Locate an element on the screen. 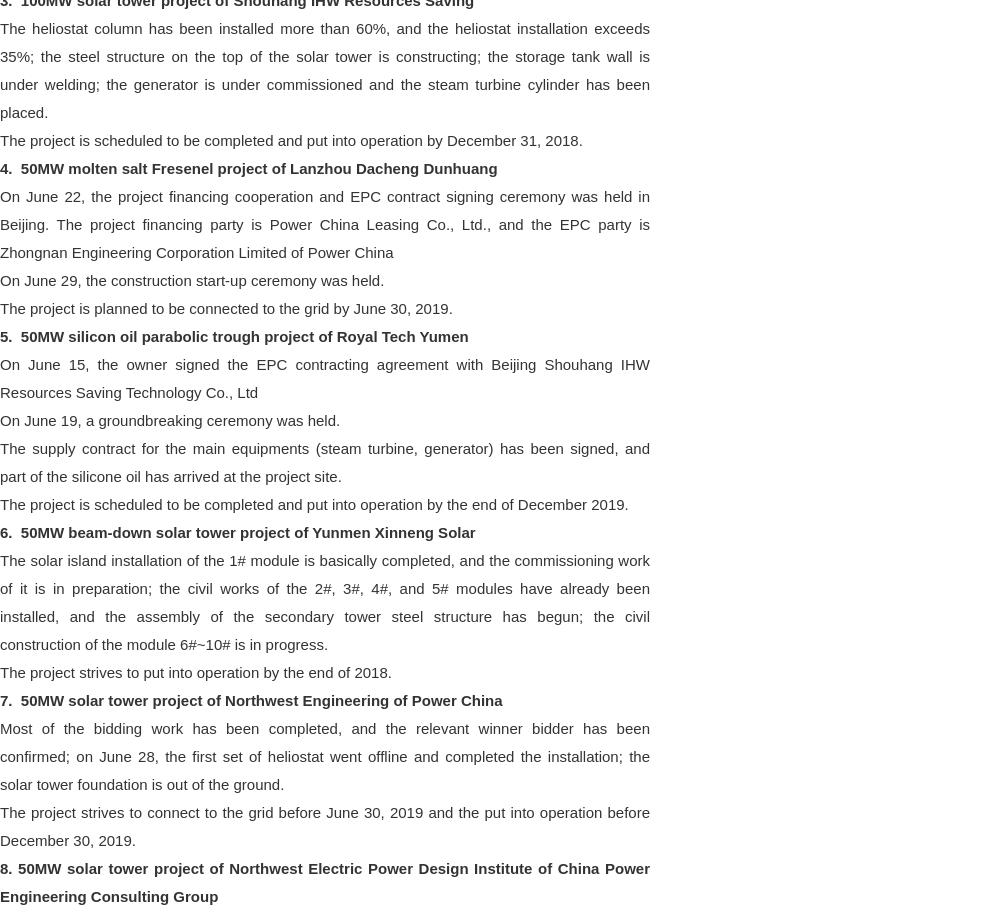  '5.  50MW silicon oil parabolic trough project of Royal Tech Yumen' is located at coordinates (235, 335).